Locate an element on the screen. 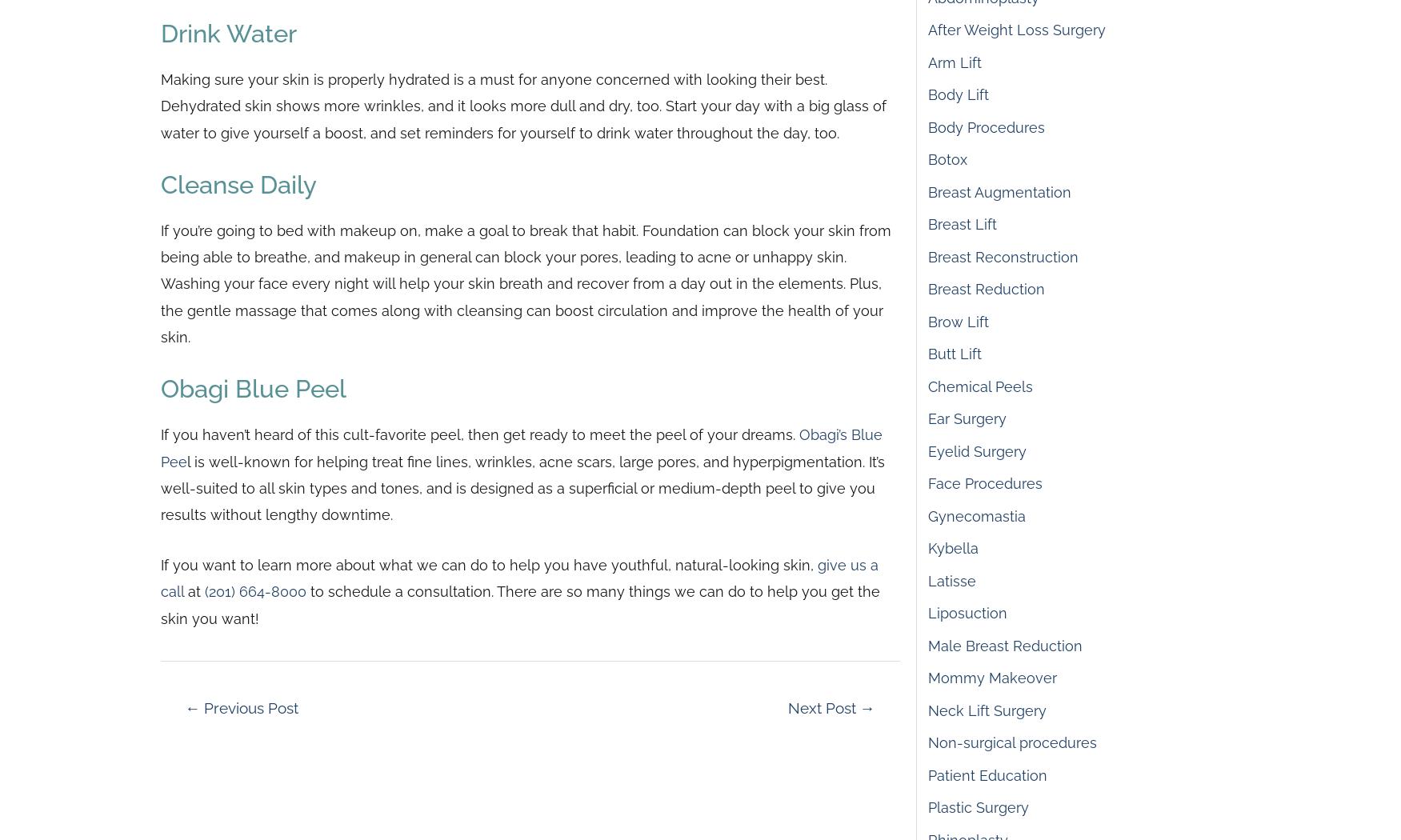 The height and width of the screenshot is (840, 1401). '* All indicated fields must be completed.' is located at coordinates (293, 82).